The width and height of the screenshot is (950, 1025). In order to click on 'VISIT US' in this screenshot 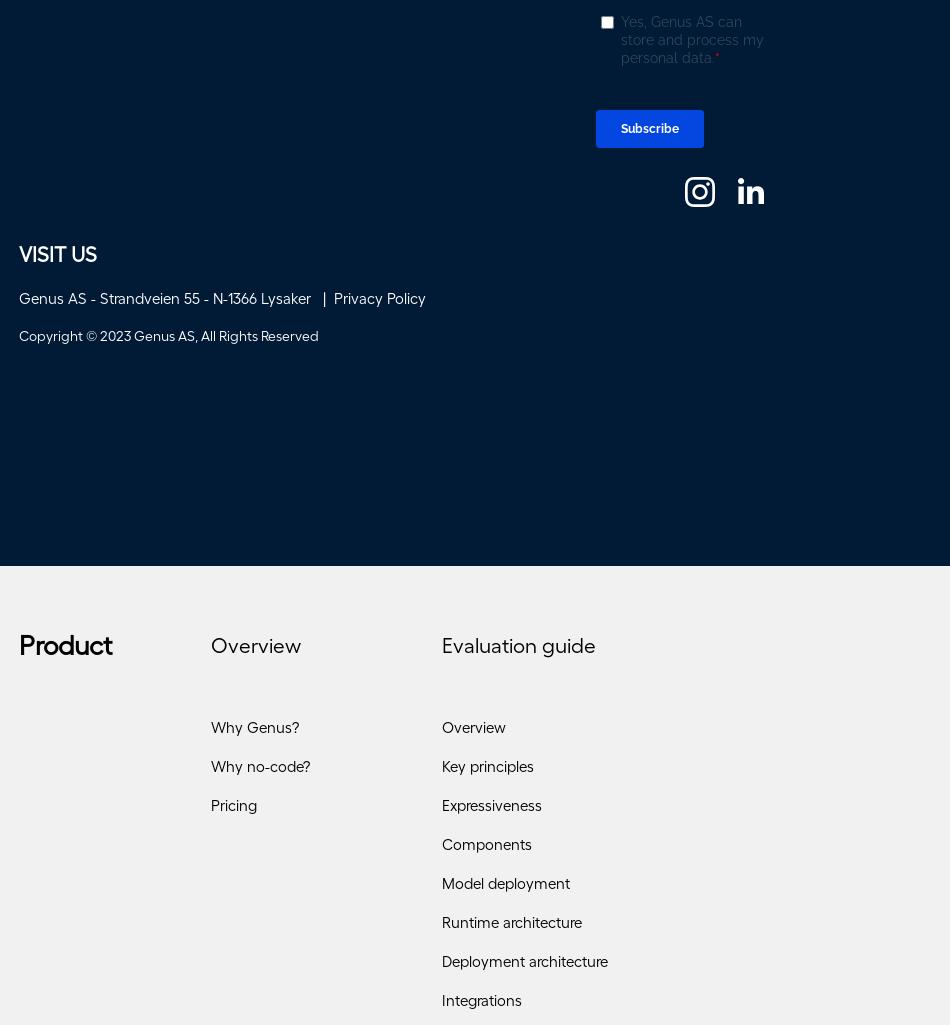, I will do `click(58, 260)`.